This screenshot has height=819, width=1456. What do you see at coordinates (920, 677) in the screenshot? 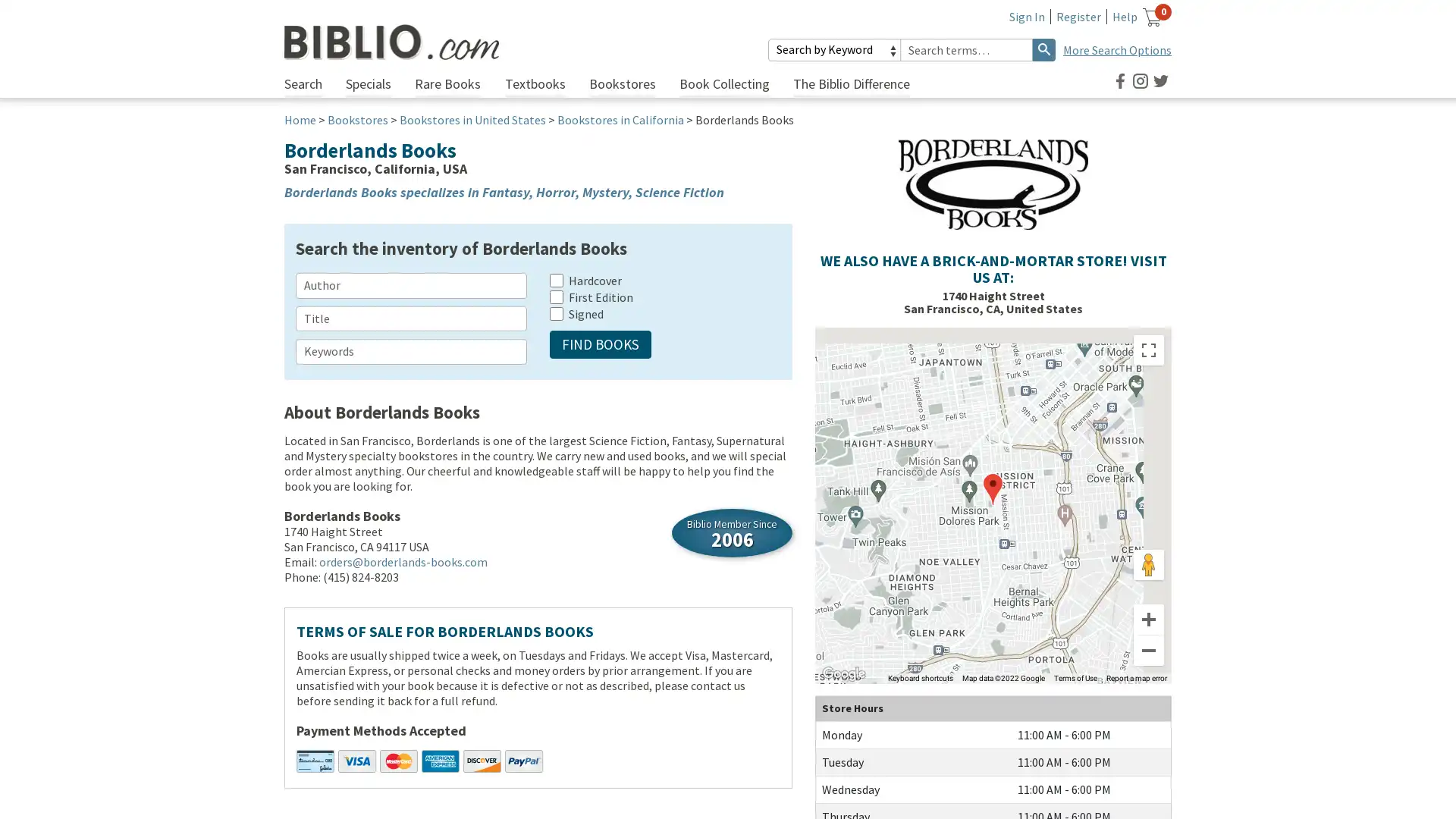
I see `Keyboard shortcuts` at bounding box center [920, 677].